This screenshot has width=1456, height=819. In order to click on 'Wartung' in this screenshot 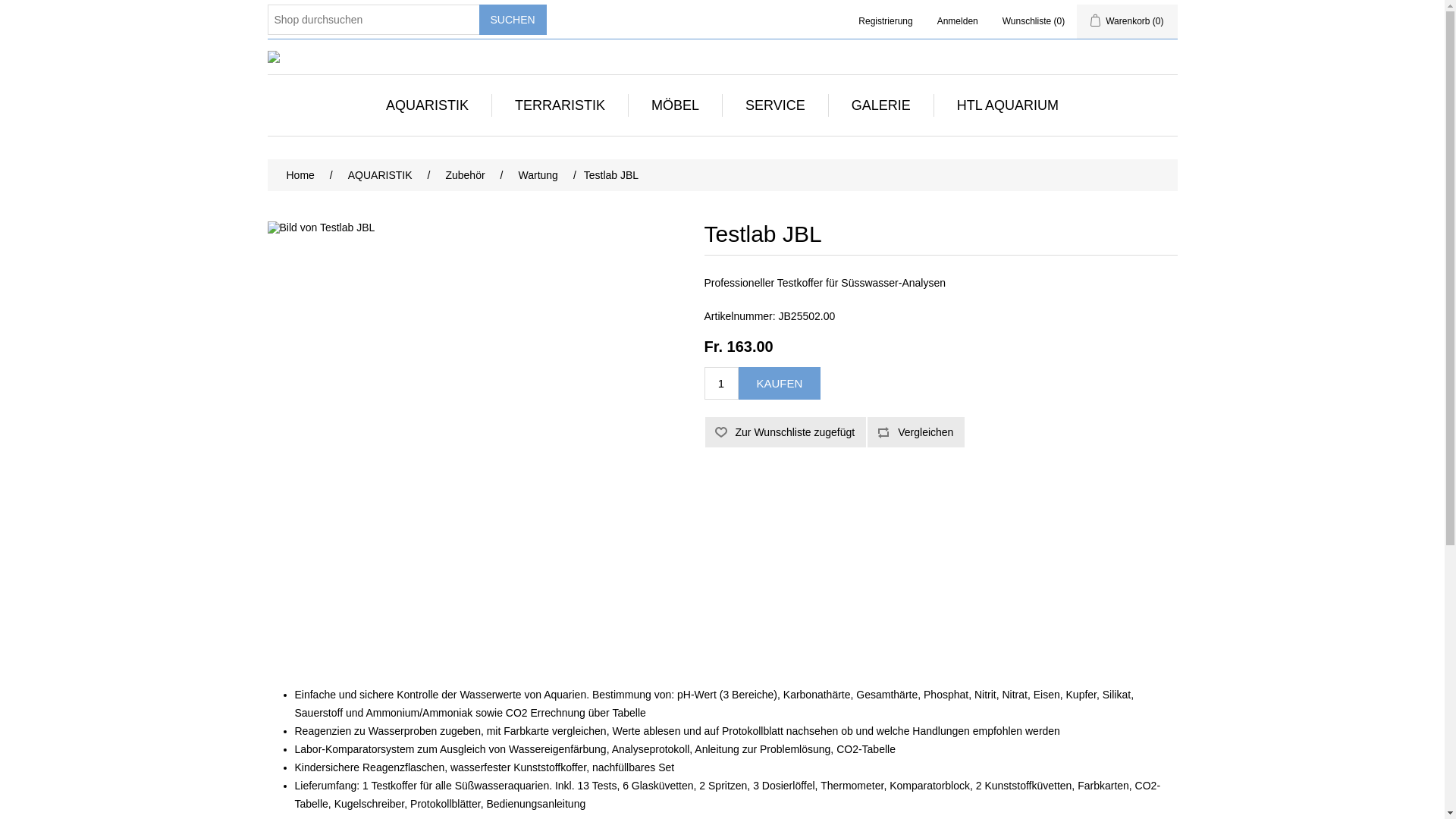, I will do `click(513, 174)`.